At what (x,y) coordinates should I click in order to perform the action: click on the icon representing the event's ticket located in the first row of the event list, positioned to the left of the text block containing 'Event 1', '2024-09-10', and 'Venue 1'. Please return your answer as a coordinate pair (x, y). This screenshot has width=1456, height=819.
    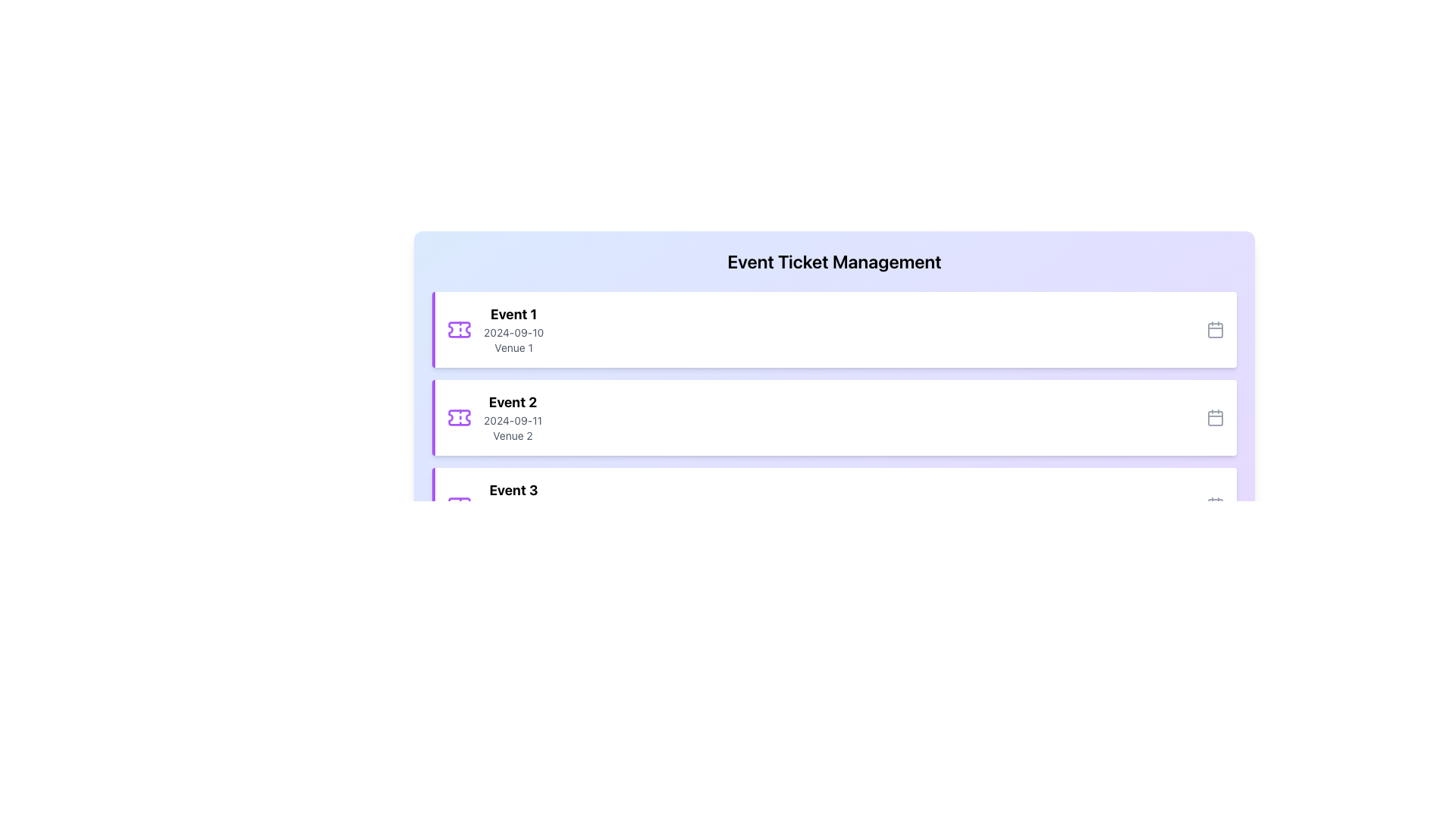
    Looking at the image, I should click on (458, 329).